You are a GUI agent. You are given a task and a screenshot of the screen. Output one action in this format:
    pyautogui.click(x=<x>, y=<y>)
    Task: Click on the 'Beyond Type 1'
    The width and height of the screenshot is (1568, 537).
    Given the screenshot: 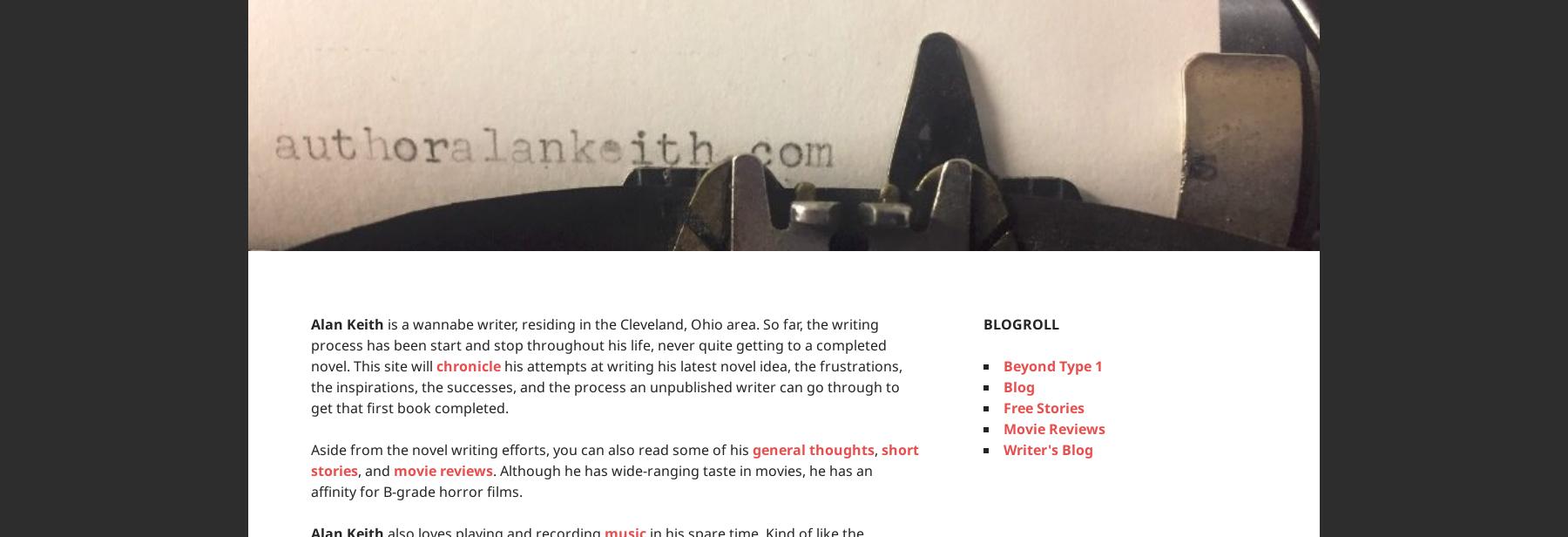 What is the action you would take?
    pyautogui.click(x=1052, y=365)
    